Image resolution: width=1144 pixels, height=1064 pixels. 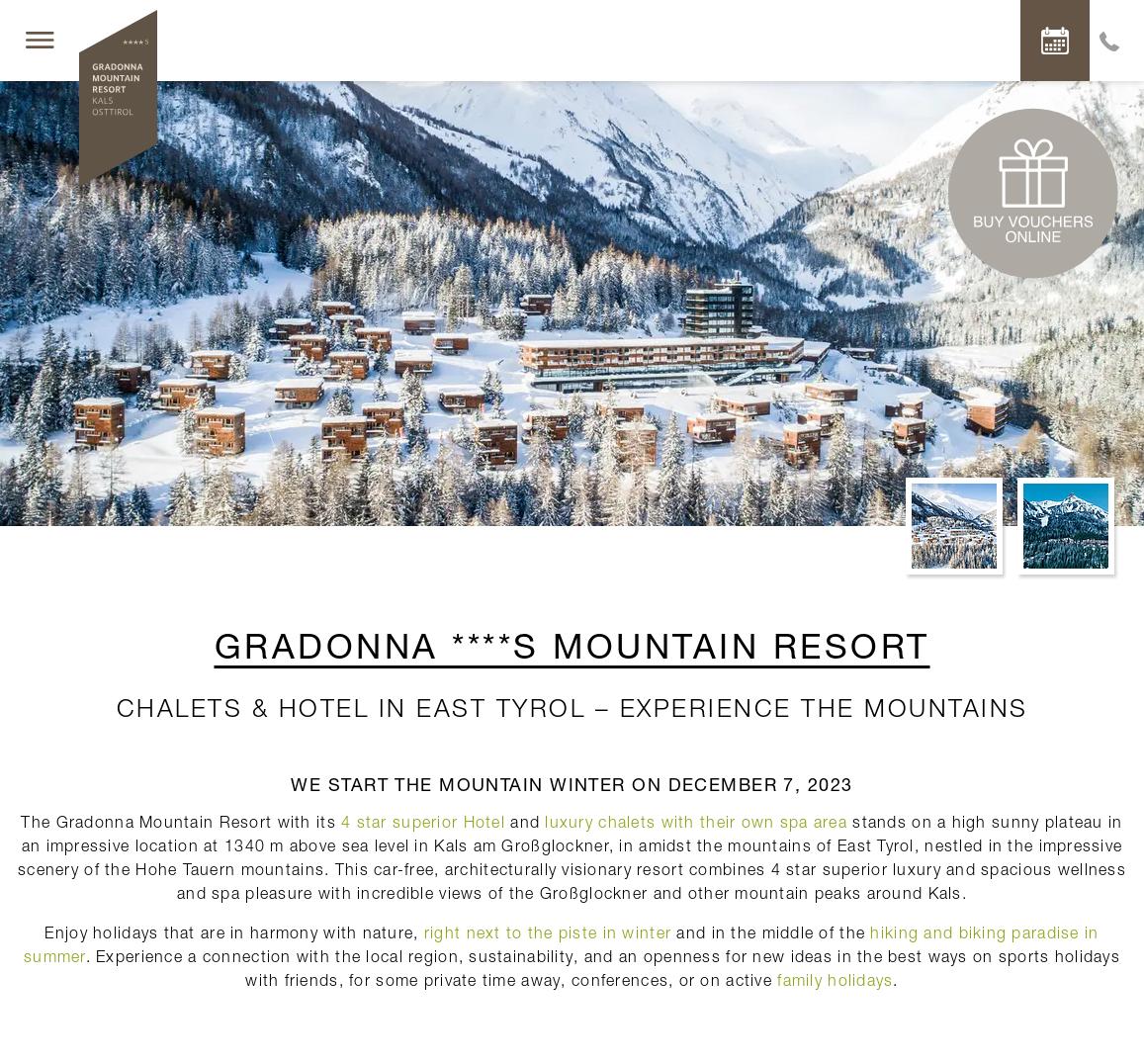 I want to click on 'Chalets & hotel in East Tyrol – Experience the mountains', so click(x=571, y=707).